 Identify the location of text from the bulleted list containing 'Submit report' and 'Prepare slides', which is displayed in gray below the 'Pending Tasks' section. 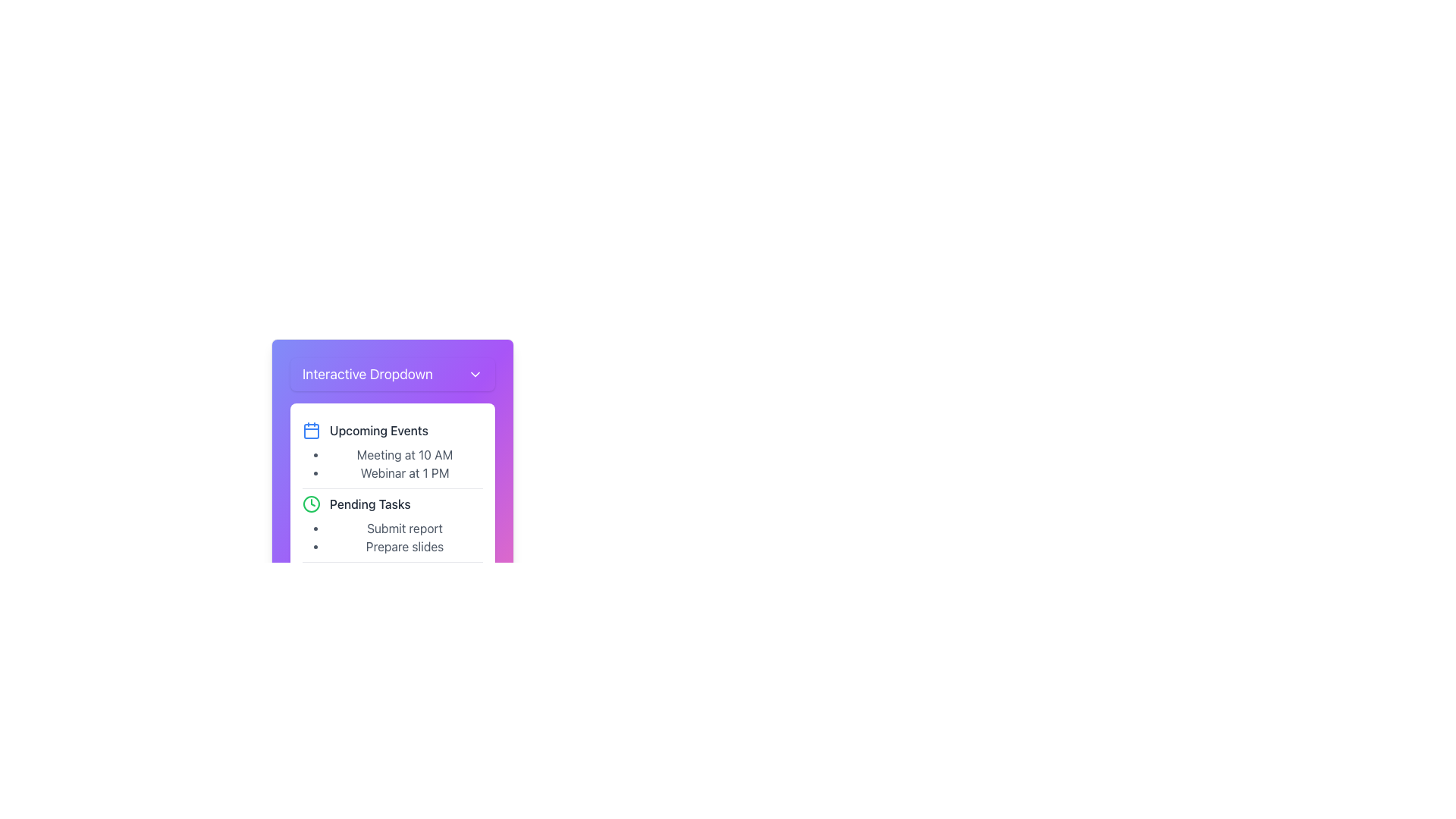
(404, 537).